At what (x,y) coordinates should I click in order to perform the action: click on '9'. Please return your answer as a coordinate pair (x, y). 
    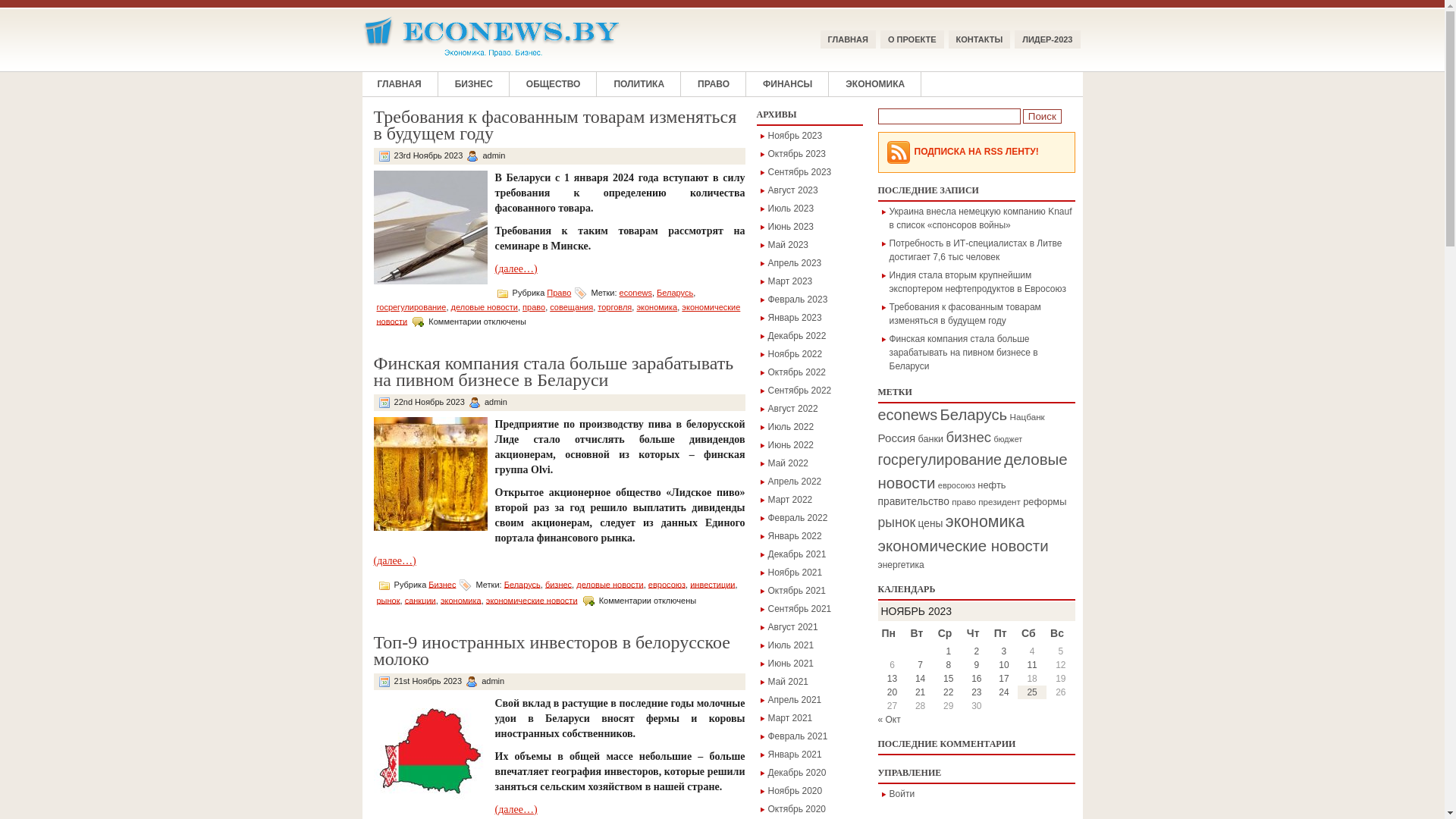
    Looking at the image, I should click on (973, 664).